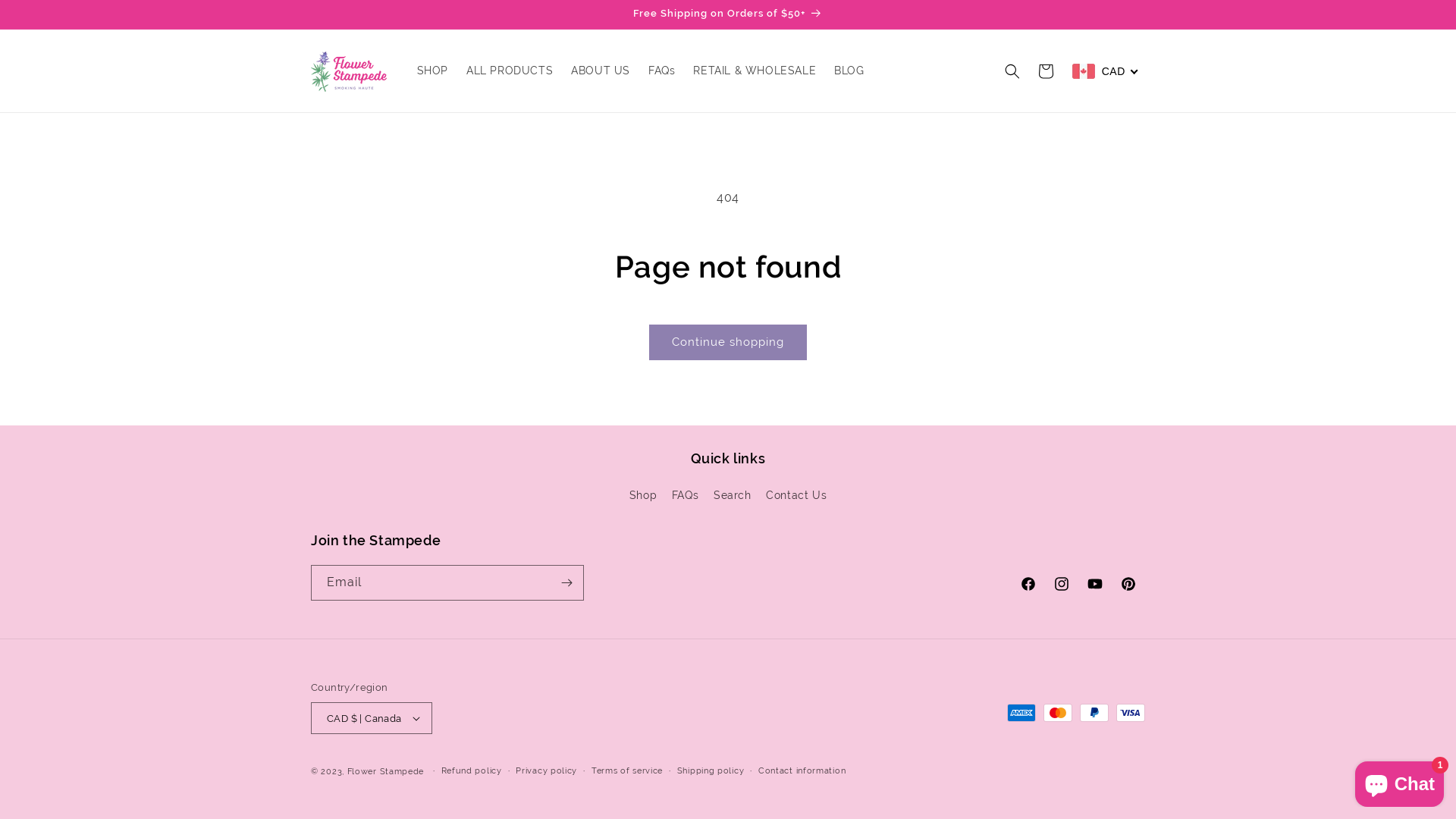 Image resolution: width=1456 pixels, height=819 pixels. I want to click on 'Privacy policy', so click(546, 771).